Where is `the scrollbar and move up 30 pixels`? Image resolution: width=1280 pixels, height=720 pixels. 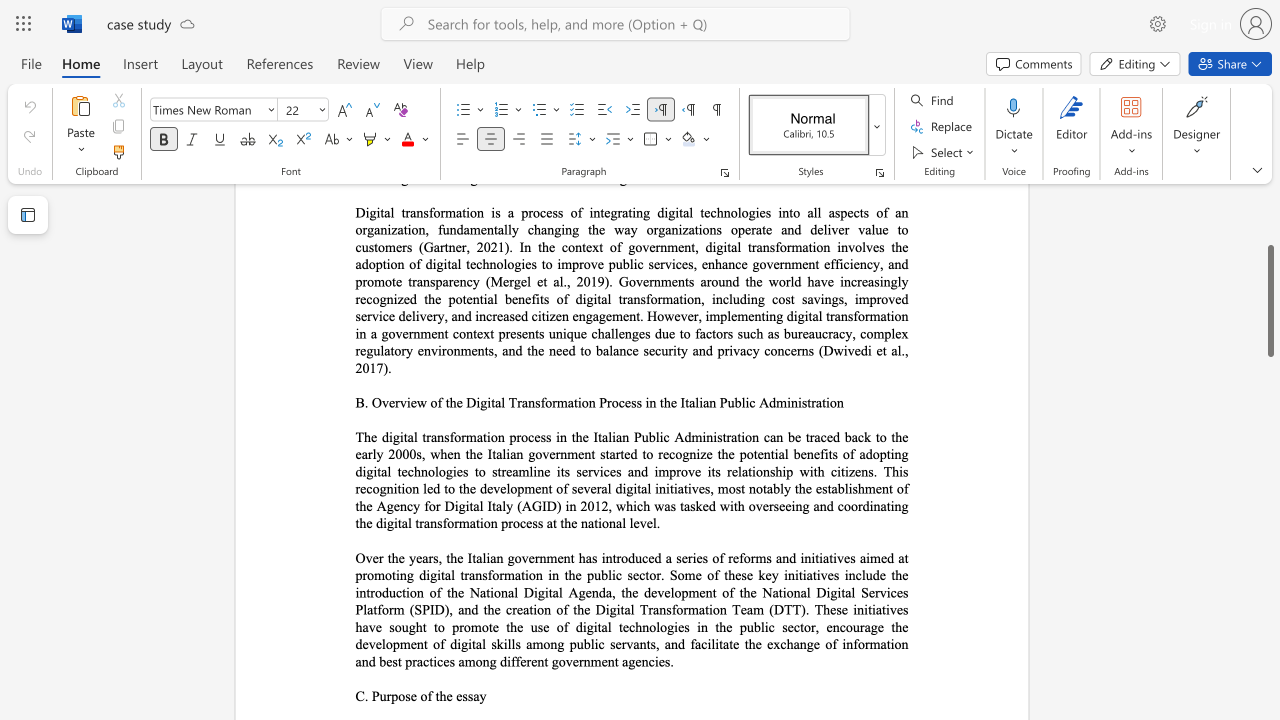
the scrollbar and move up 30 pixels is located at coordinates (1269, 301).